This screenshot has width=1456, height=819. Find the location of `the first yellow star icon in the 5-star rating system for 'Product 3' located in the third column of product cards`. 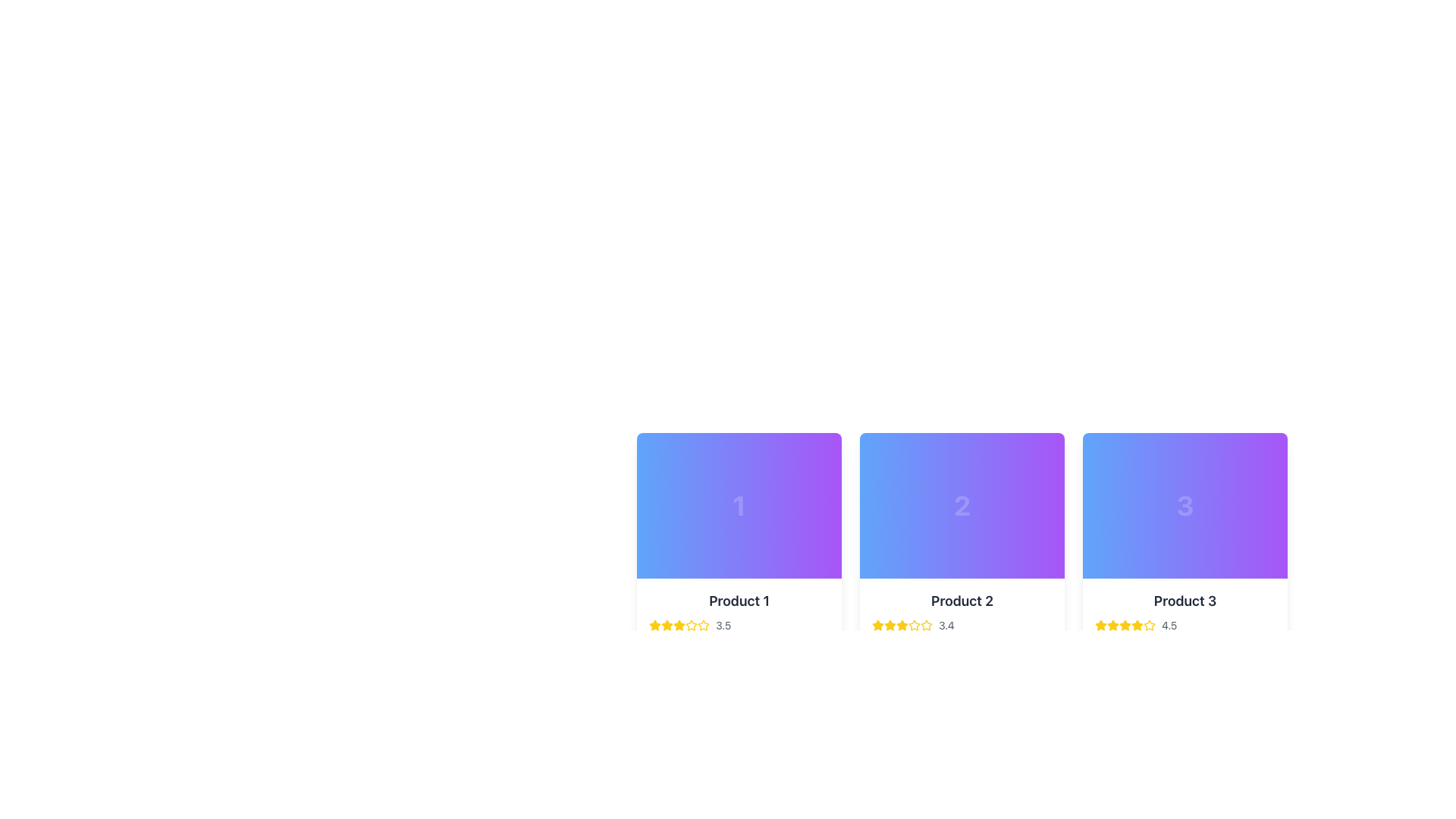

the first yellow star icon in the 5-star rating system for 'Product 3' located in the third column of product cards is located at coordinates (1100, 626).